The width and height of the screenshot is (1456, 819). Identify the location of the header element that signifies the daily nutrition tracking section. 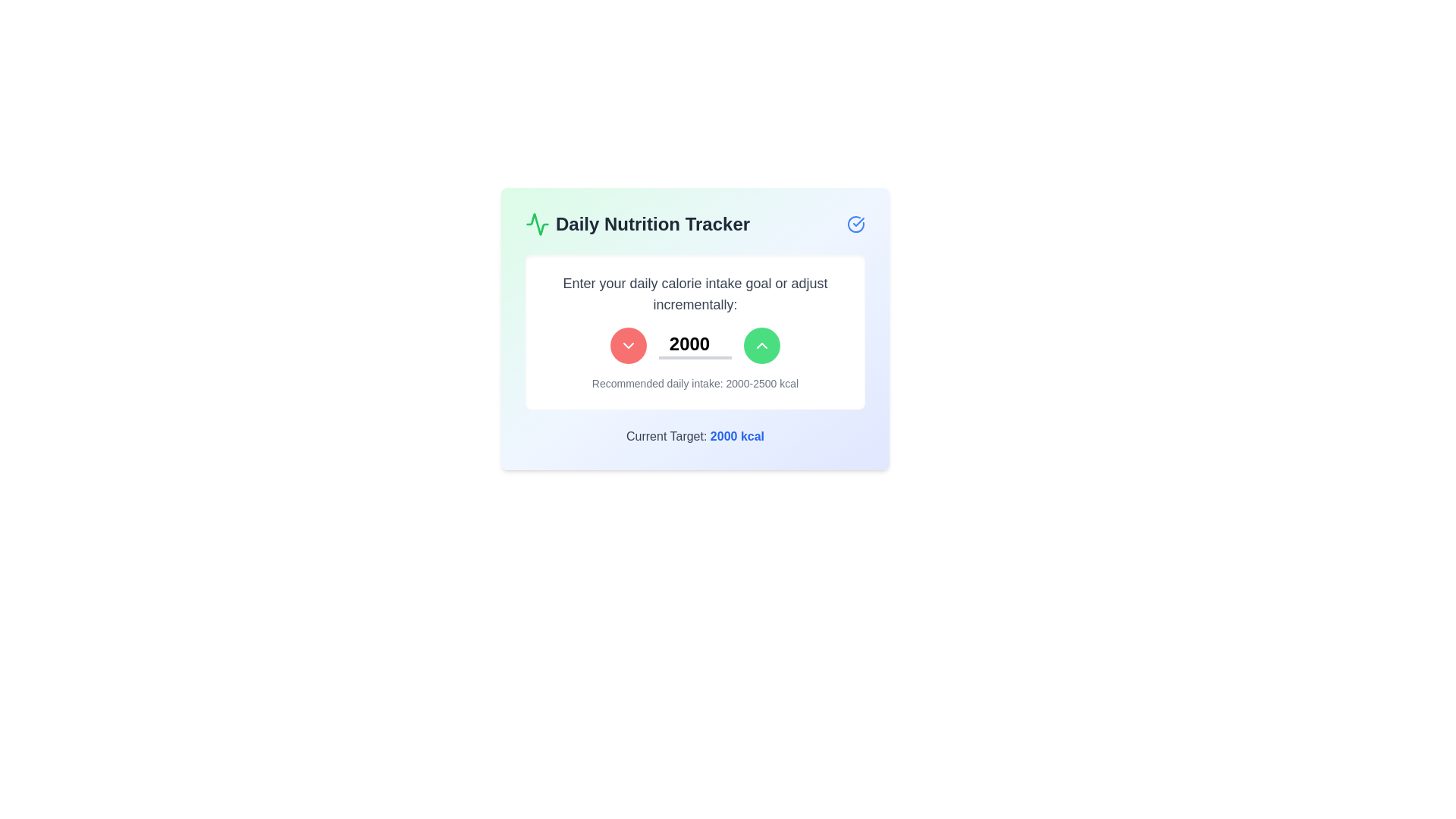
(637, 224).